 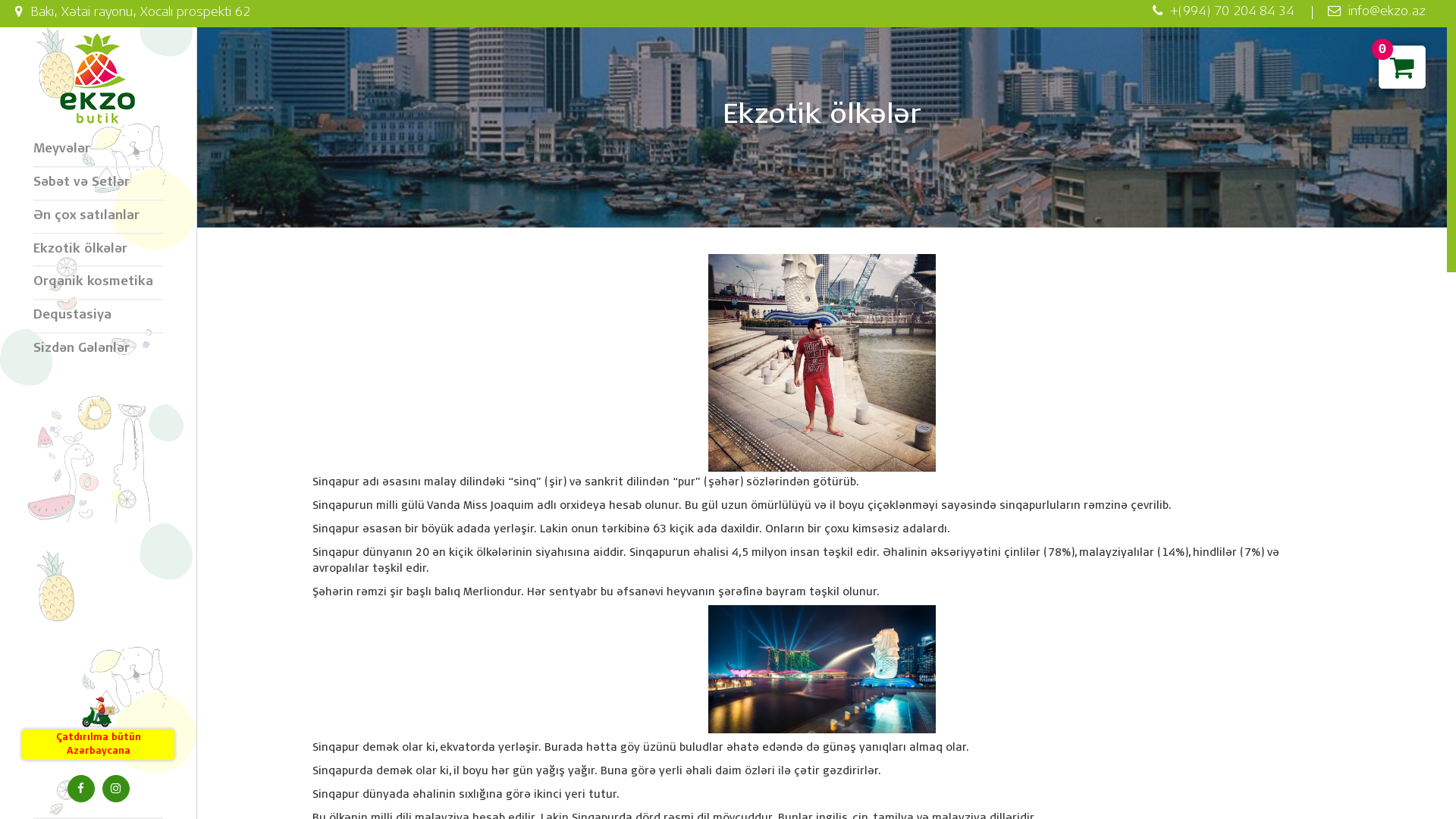 What do you see at coordinates (1310, 12) in the screenshot?
I see `'info@ekzo.az'` at bounding box center [1310, 12].